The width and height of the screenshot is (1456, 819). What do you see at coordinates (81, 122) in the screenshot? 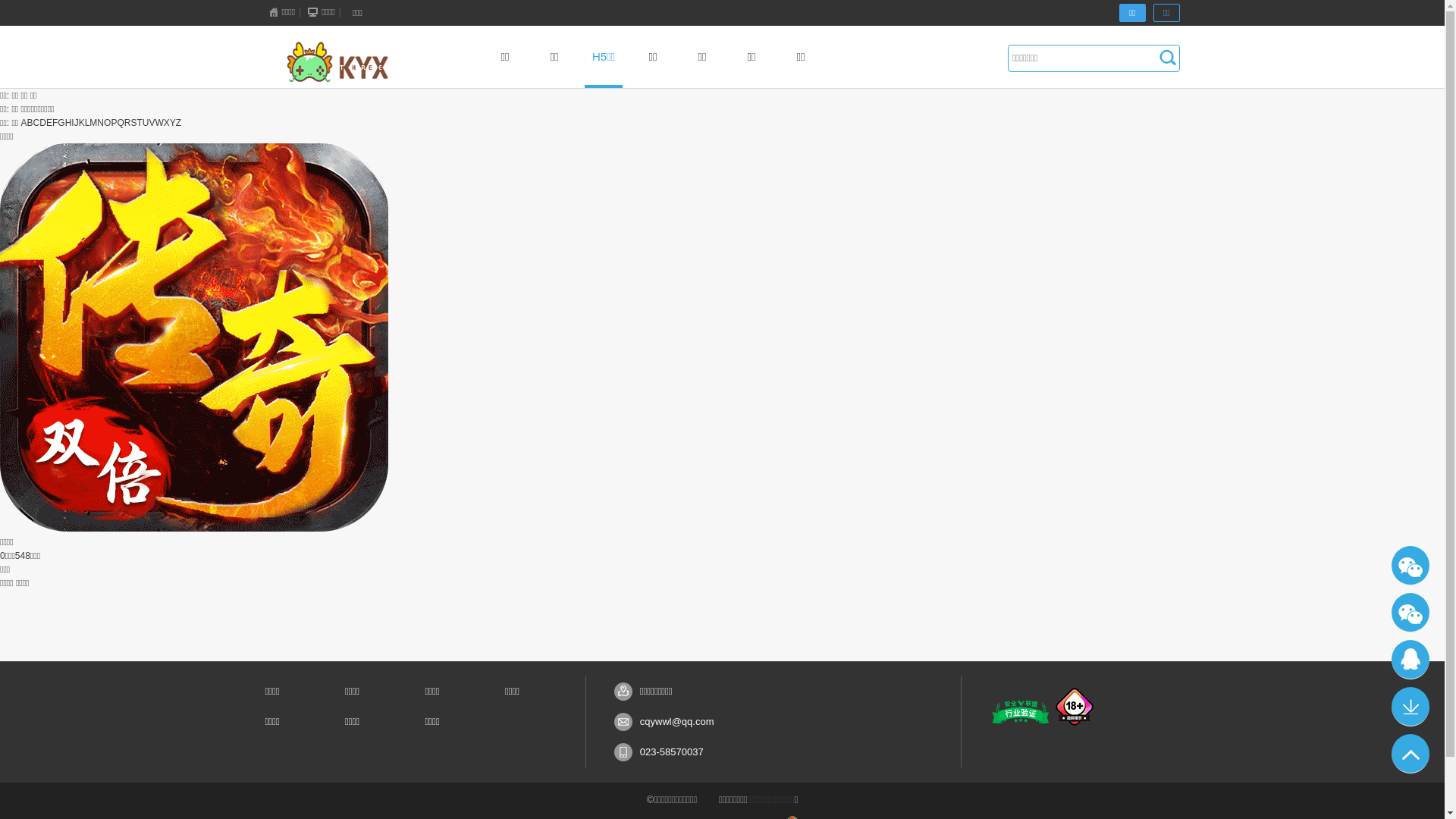
I see `'K'` at bounding box center [81, 122].